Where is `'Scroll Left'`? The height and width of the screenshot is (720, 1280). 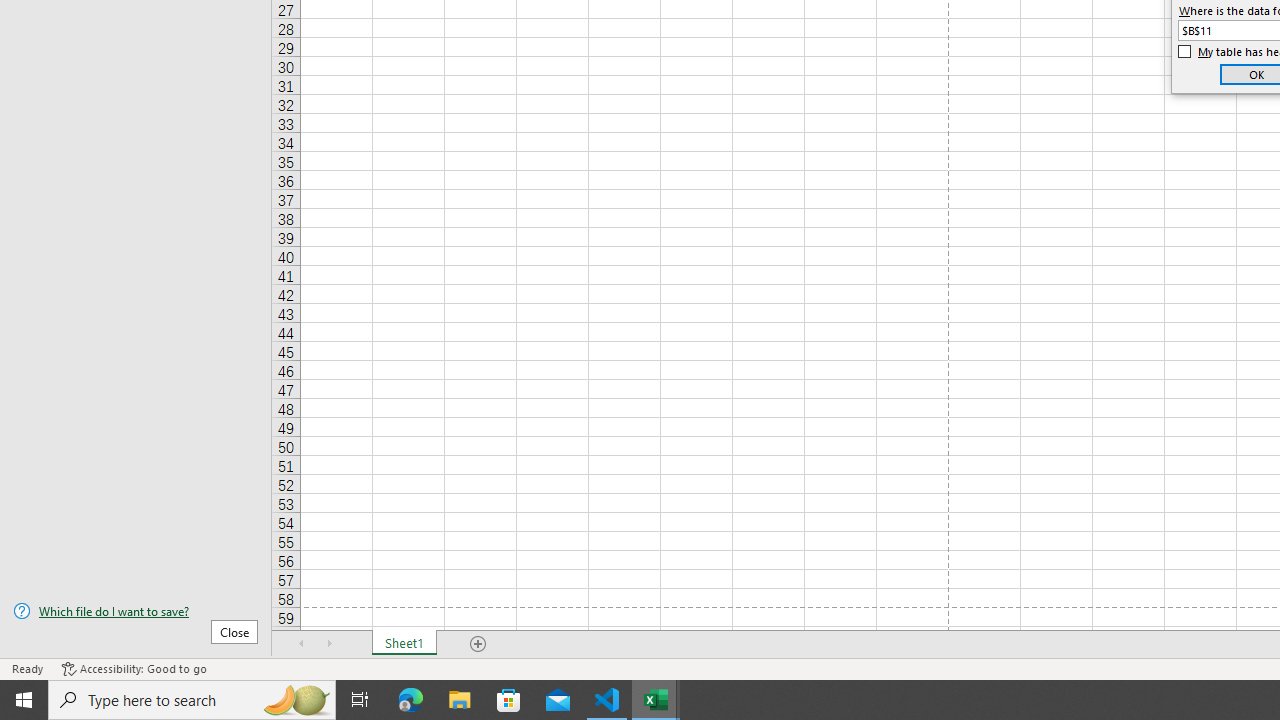 'Scroll Left' is located at coordinates (301, 644).